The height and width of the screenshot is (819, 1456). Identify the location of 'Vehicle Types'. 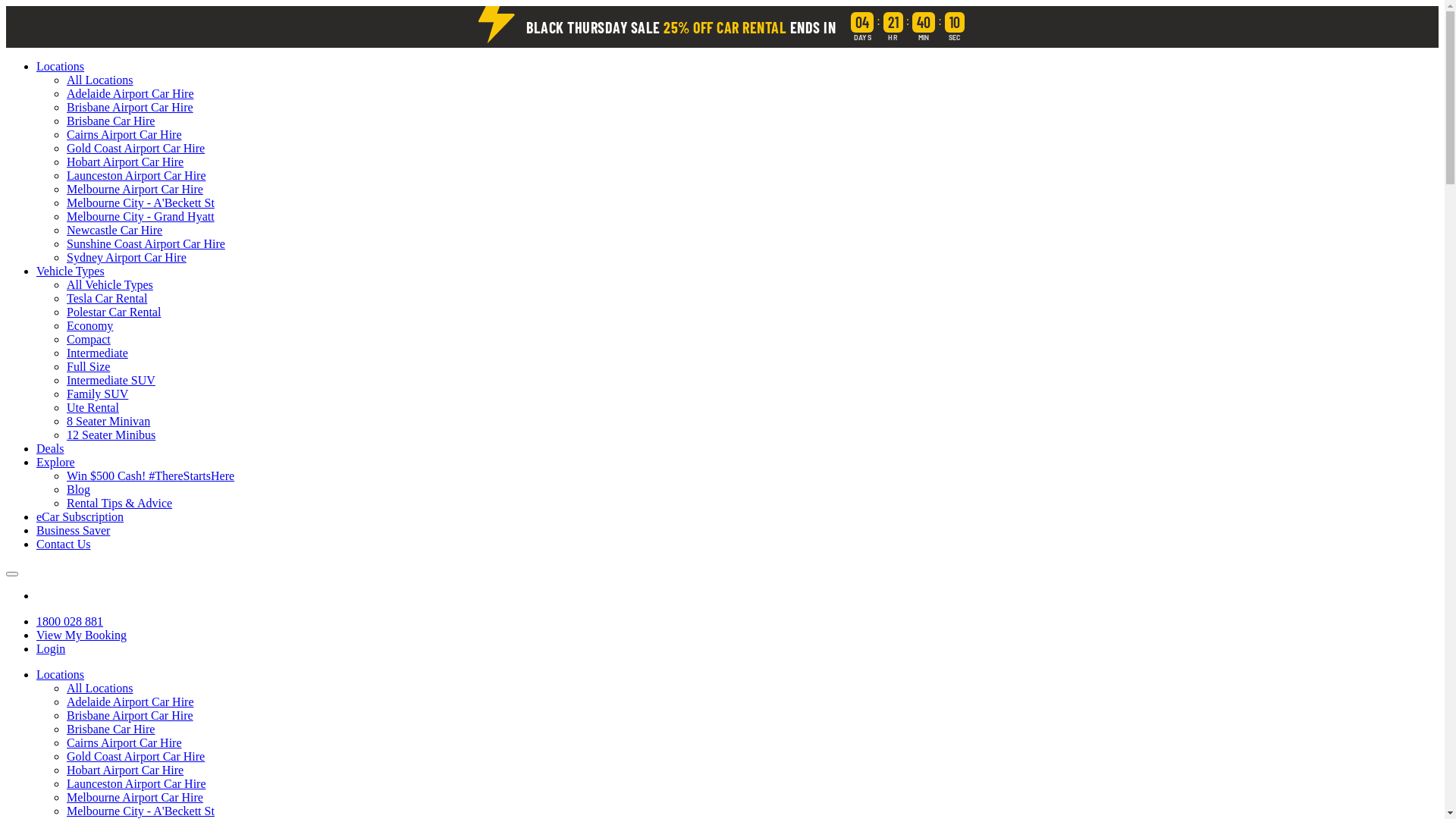
(69, 270).